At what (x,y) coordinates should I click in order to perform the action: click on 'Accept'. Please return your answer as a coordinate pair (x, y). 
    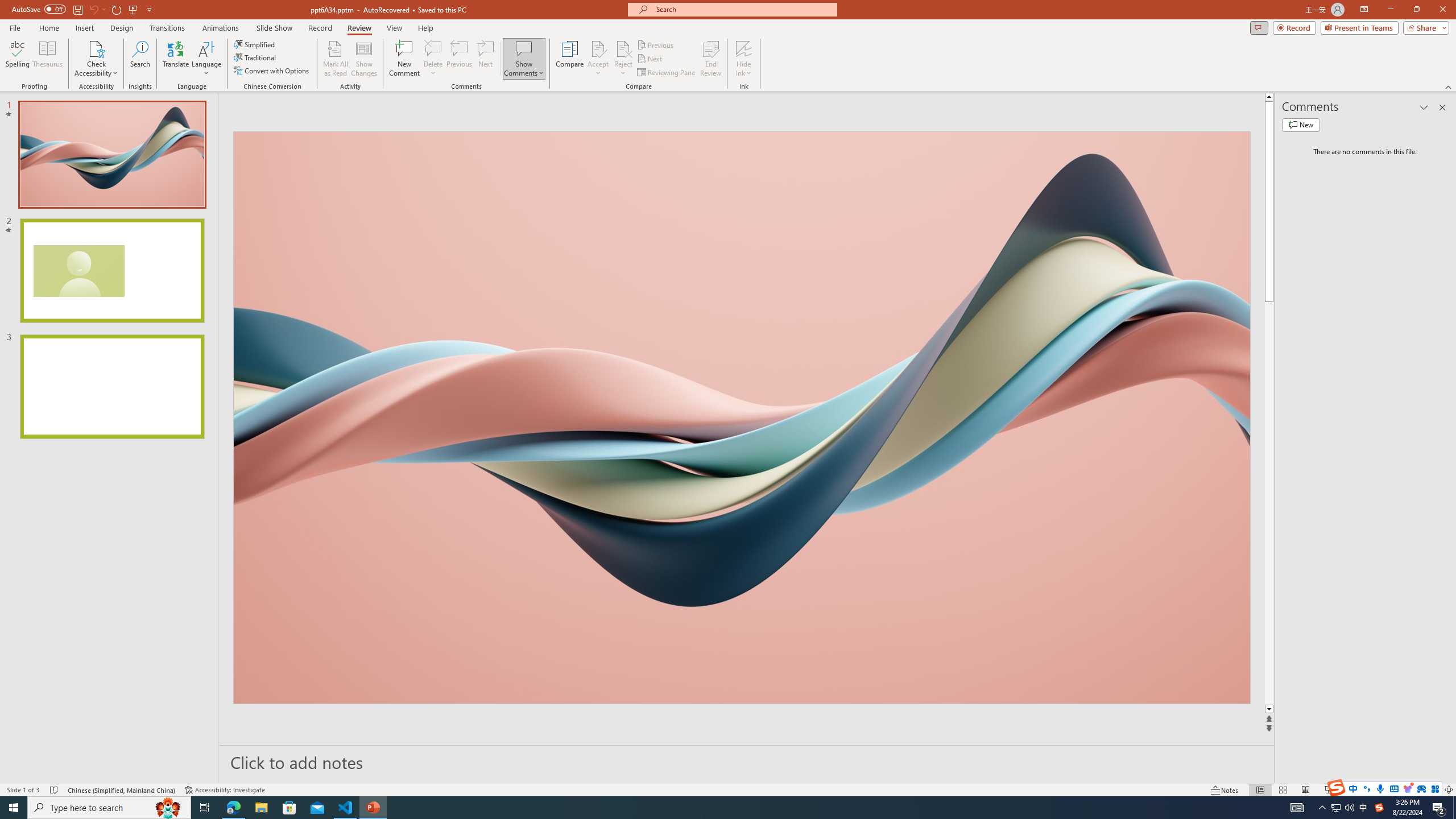
    Looking at the image, I should click on (598, 59).